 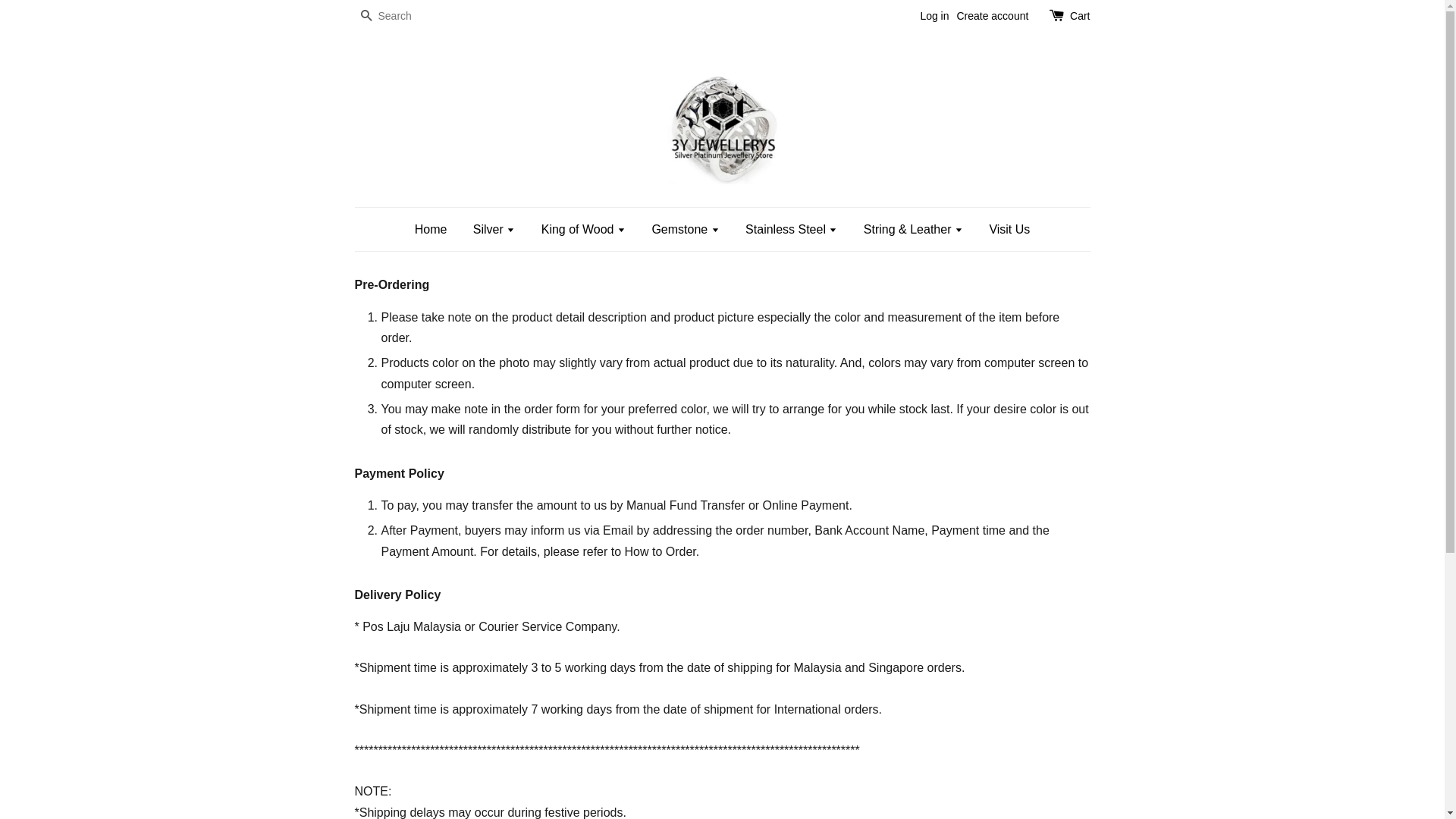 What do you see at coordinates (1079, 17) in the screenshot?
I see `'Cart'` at bounding box center [1079, 17].